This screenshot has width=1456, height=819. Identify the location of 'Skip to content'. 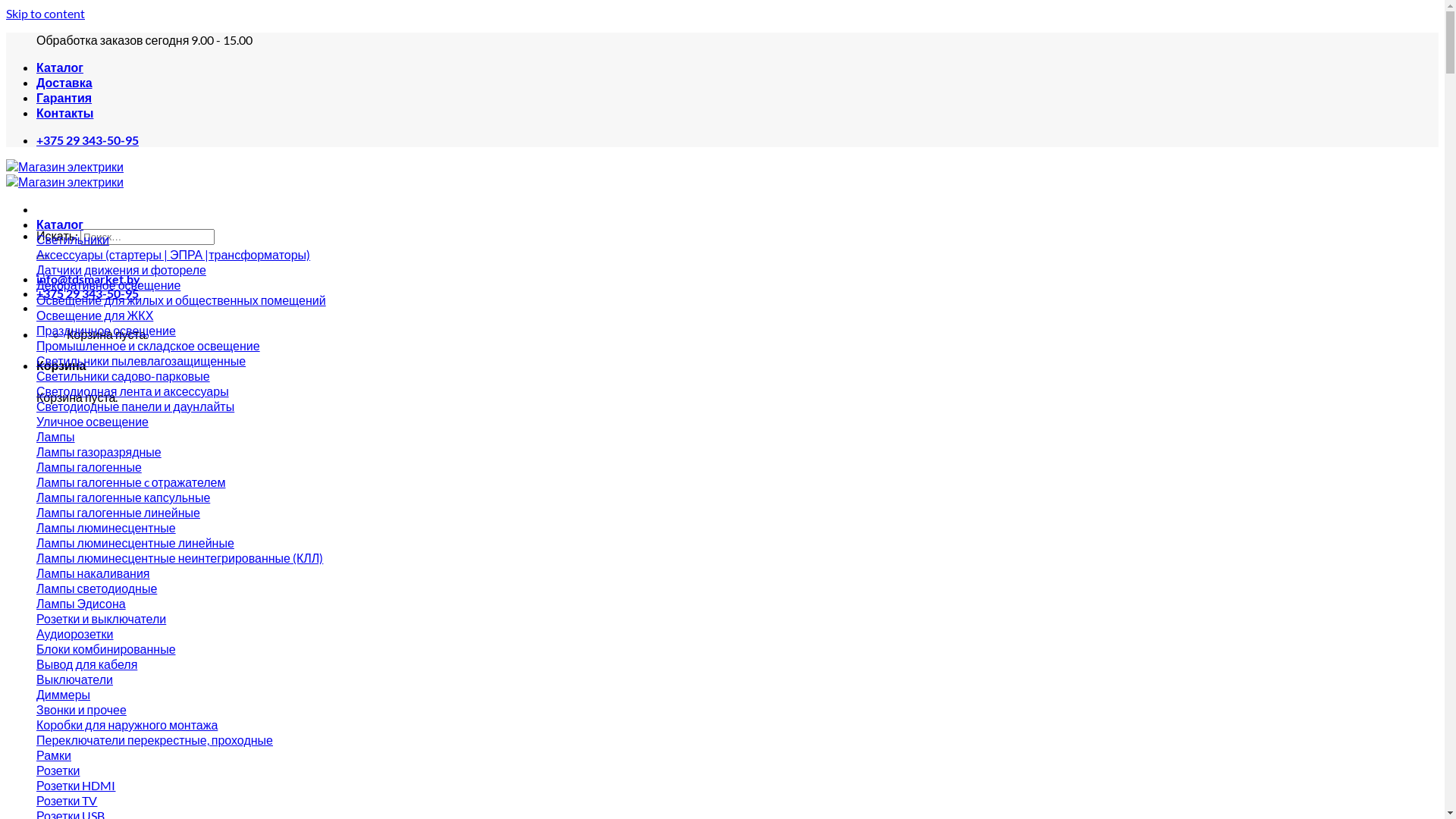
(45, 13).